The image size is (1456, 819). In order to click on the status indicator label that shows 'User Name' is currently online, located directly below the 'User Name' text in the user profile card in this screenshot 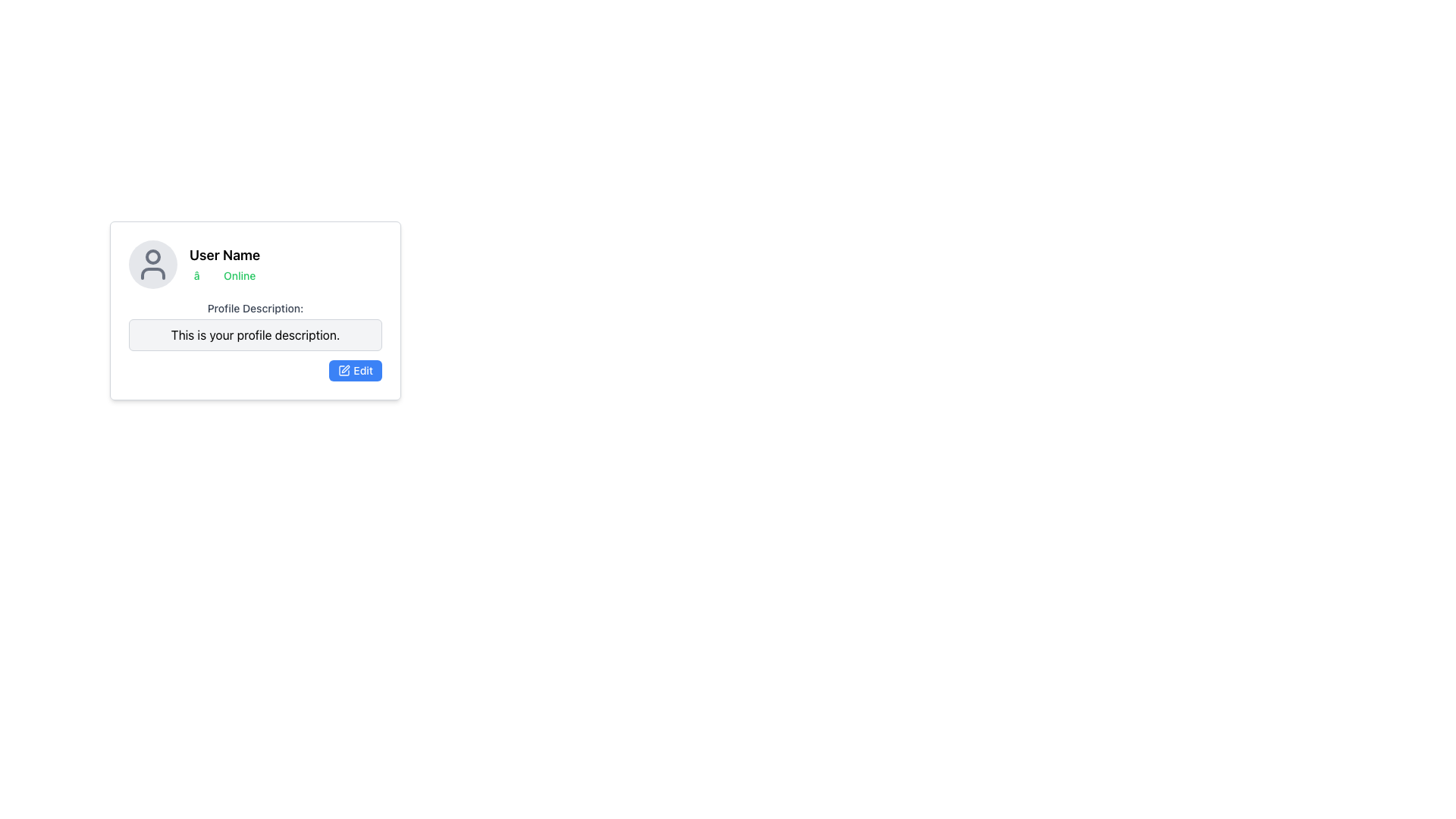, I will do `click(224, 275)`.